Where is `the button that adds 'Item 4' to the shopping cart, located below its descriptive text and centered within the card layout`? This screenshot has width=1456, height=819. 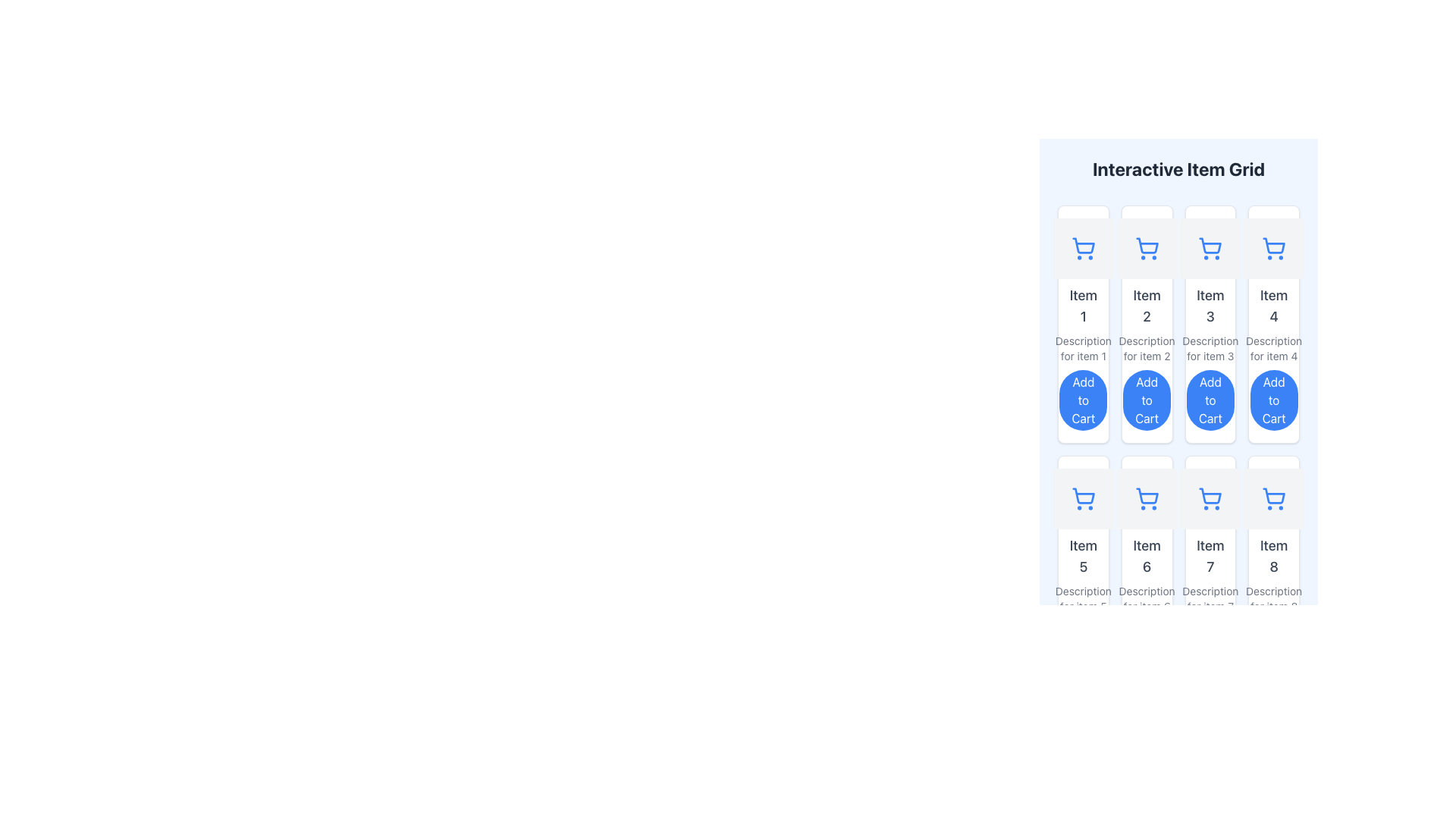
the button that adds 'Item 4' to the shopping cart, located below its descriptive text and centered within the card layout is located at coordinates (1274, 400).